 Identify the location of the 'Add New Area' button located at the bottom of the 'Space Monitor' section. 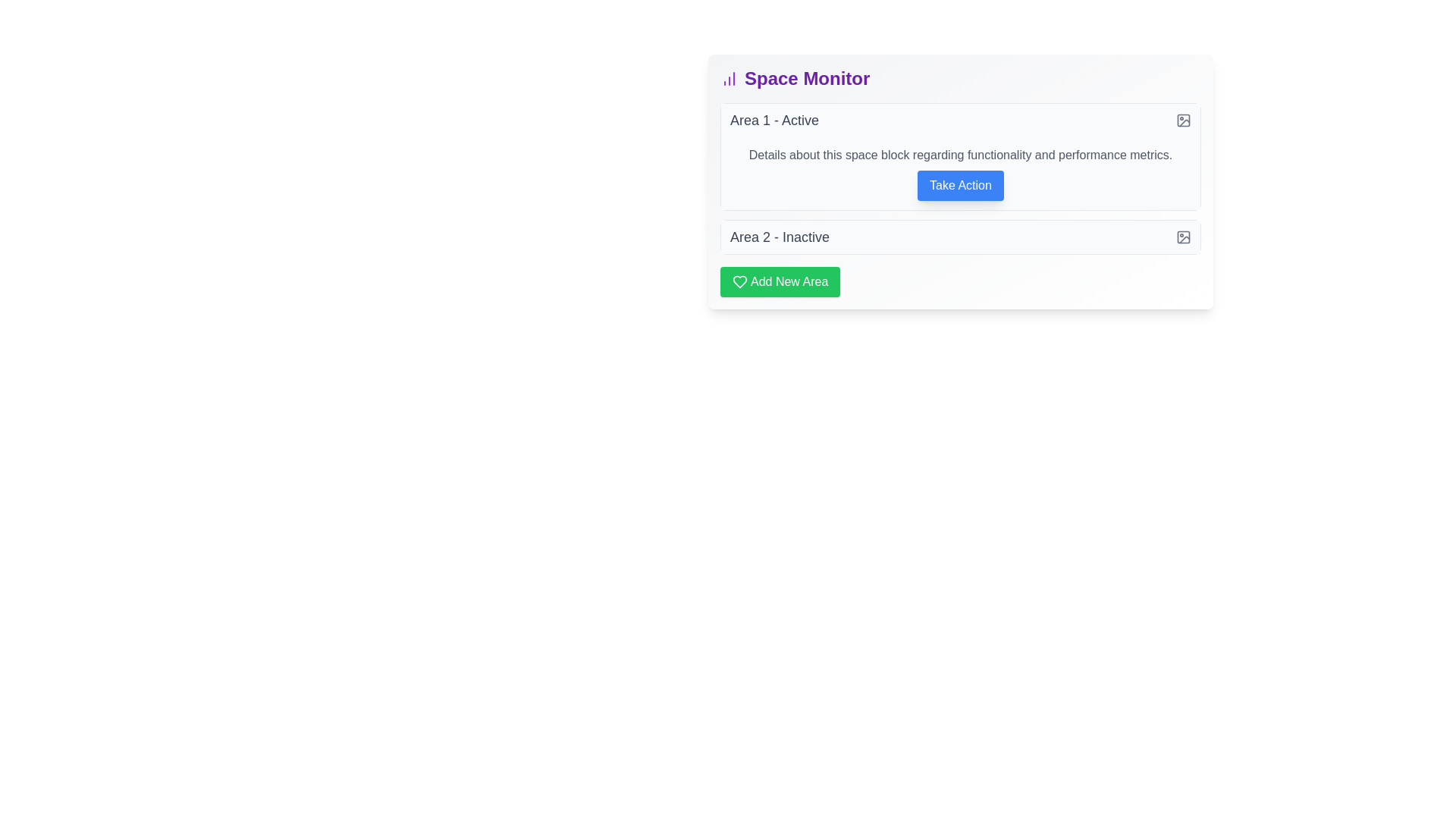
(780, 281).